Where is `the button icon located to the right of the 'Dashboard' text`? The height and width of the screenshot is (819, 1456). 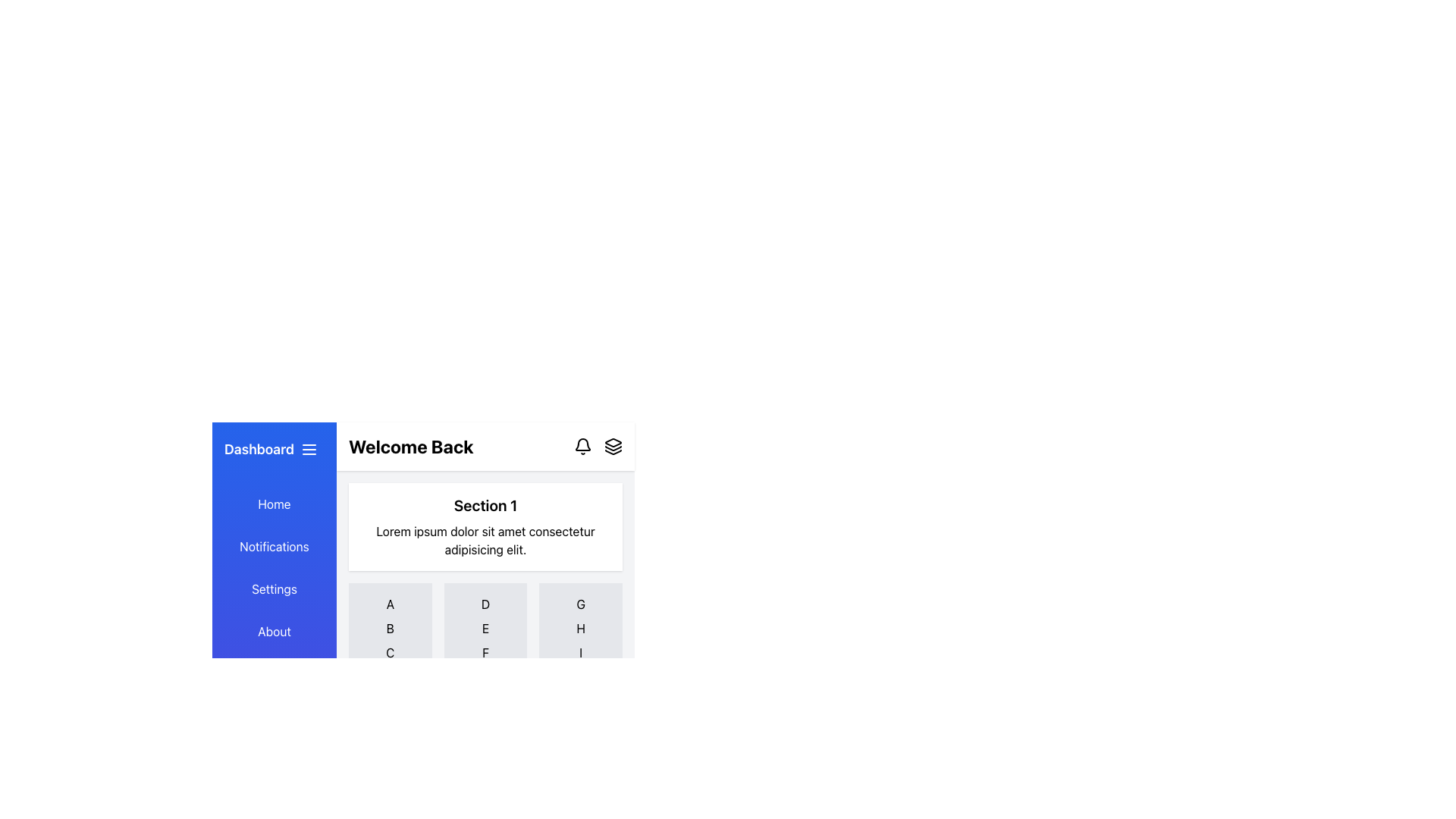
the button icon located to the right of the 'Dashboard' text is located at coordinates (309, 449).